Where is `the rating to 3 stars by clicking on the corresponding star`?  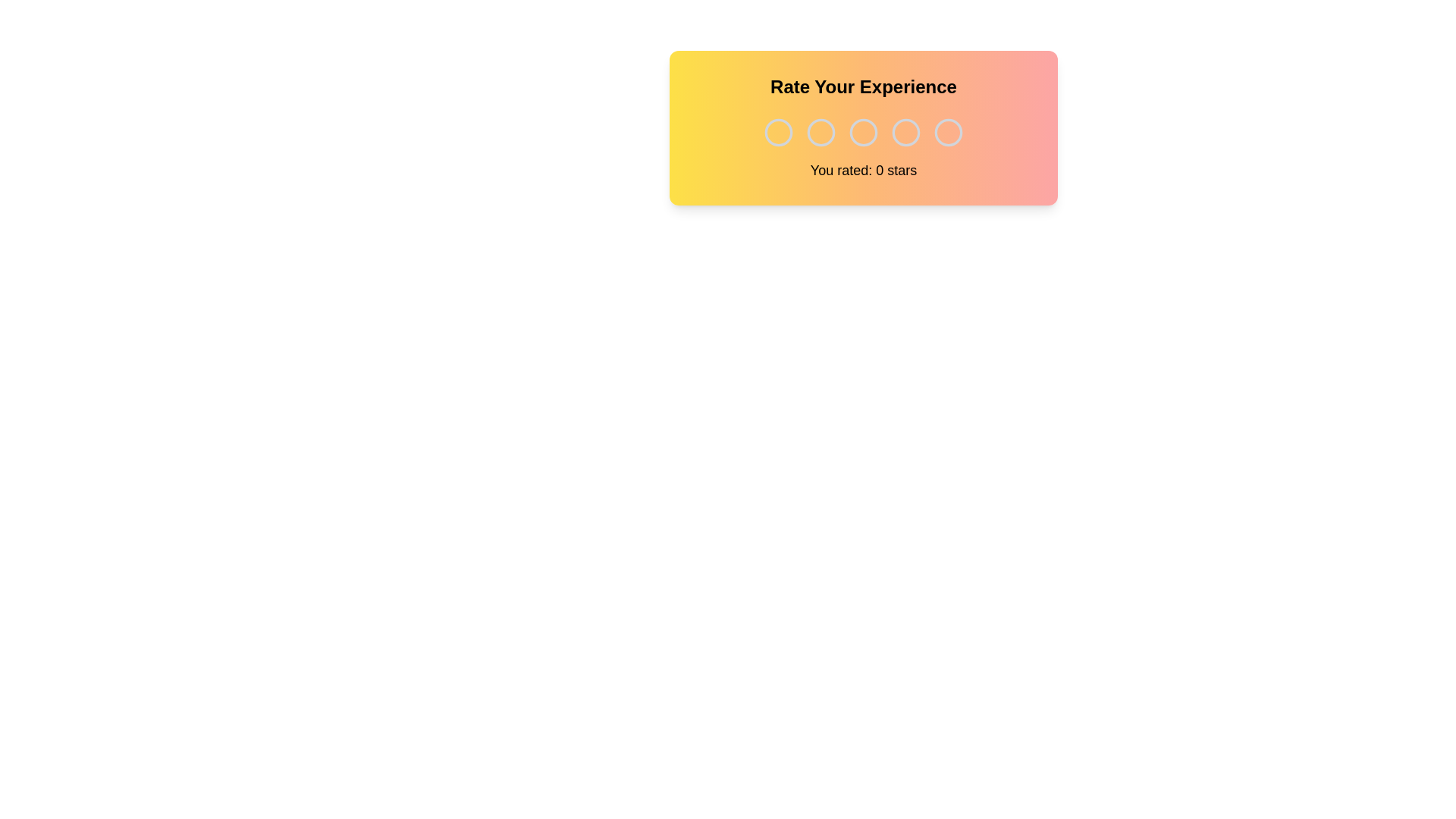
the rating to 3 stars by clicking on the corresponding star is located at coordinates (863, 131).